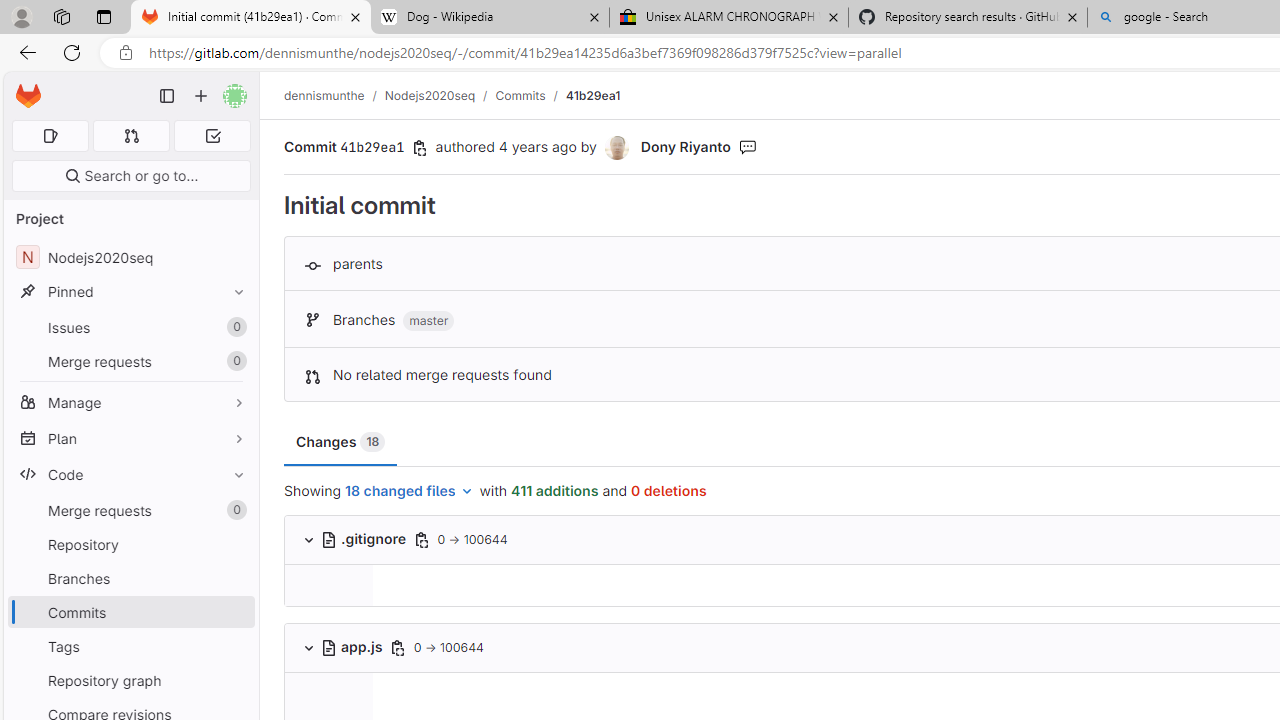 The height and width of the screenshot is (720, 1280). Describe the element at coordinates (201, 96) in the screenshot. I see `'Create new...'` at that location.